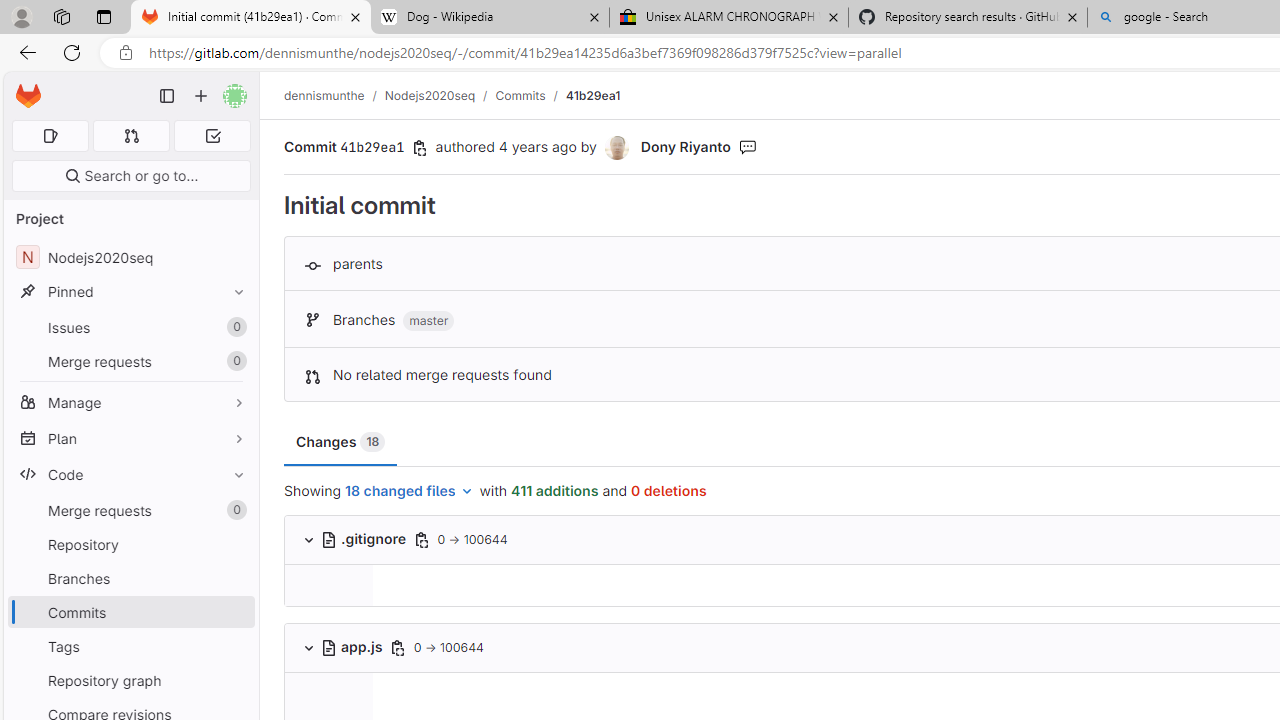 The height and width of the screenshot is (720, 1280). Describe the element at coordinates (201, 96) in the screenshot. I see `'Create new...'` at that location.